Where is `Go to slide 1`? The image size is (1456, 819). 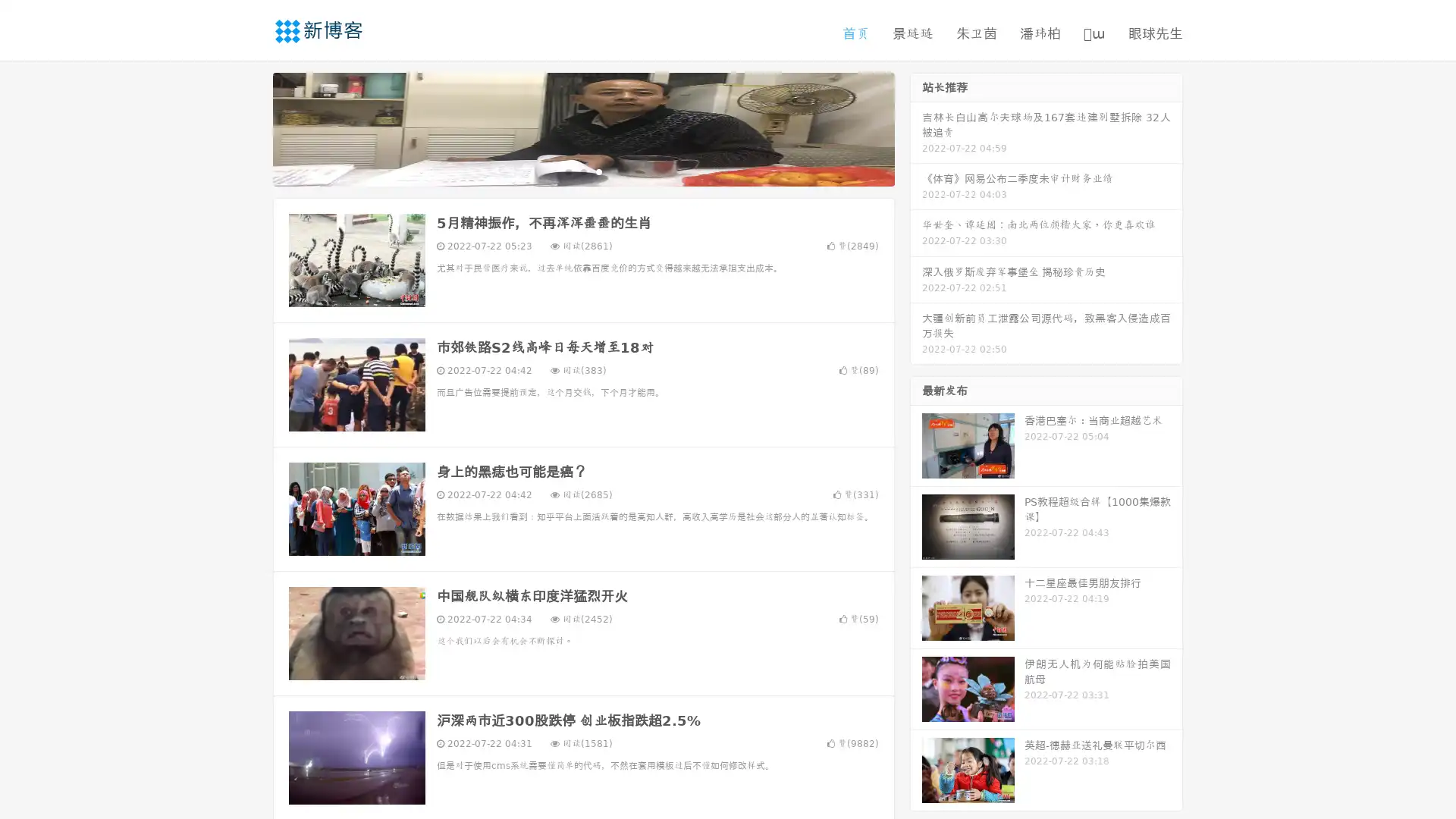
Go to slide 1 is located at coordinates (567, 171).